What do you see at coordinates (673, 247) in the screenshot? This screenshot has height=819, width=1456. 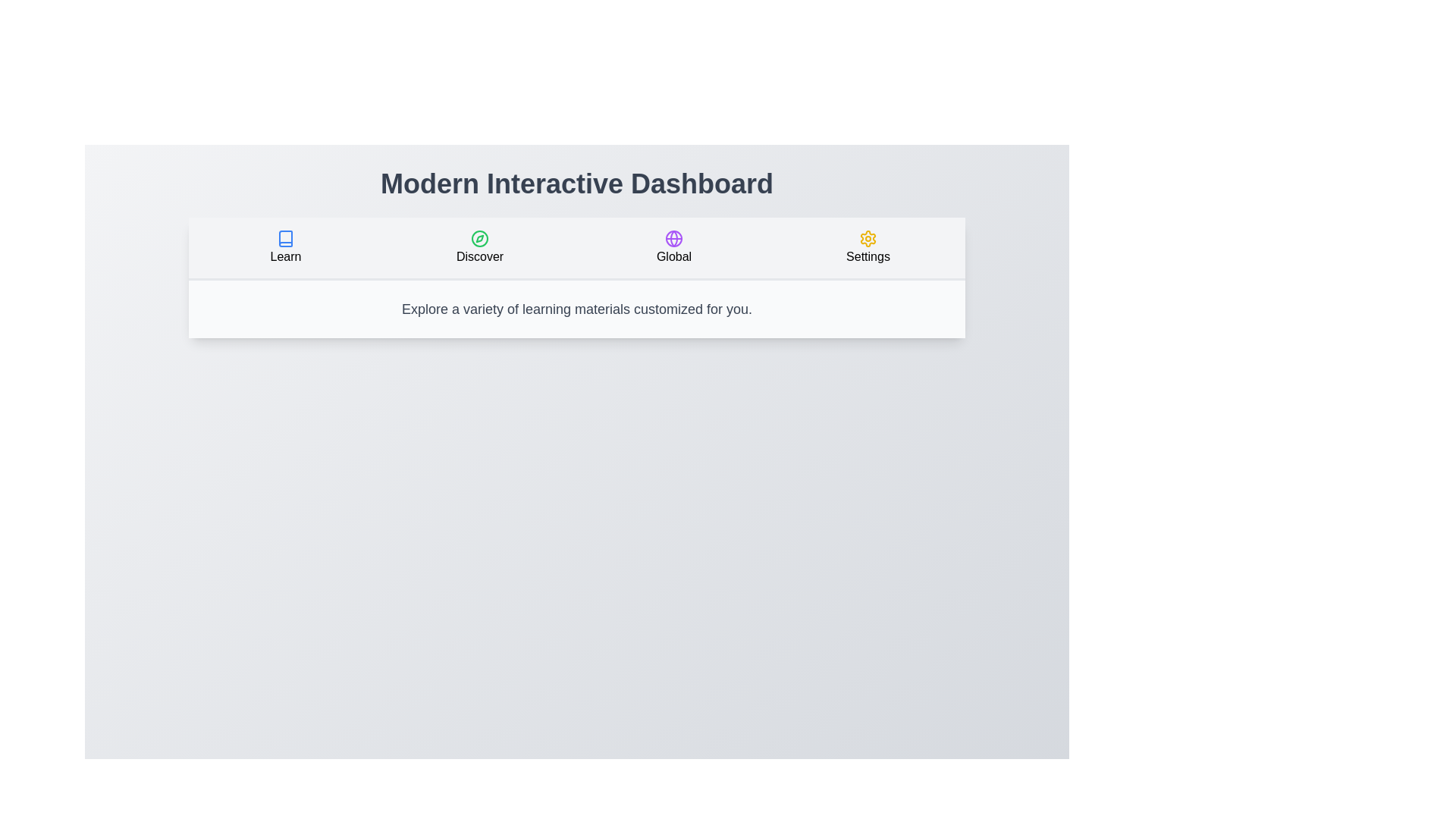 I see `the 'Global' navigational tab` at bounding box center [673, 247].